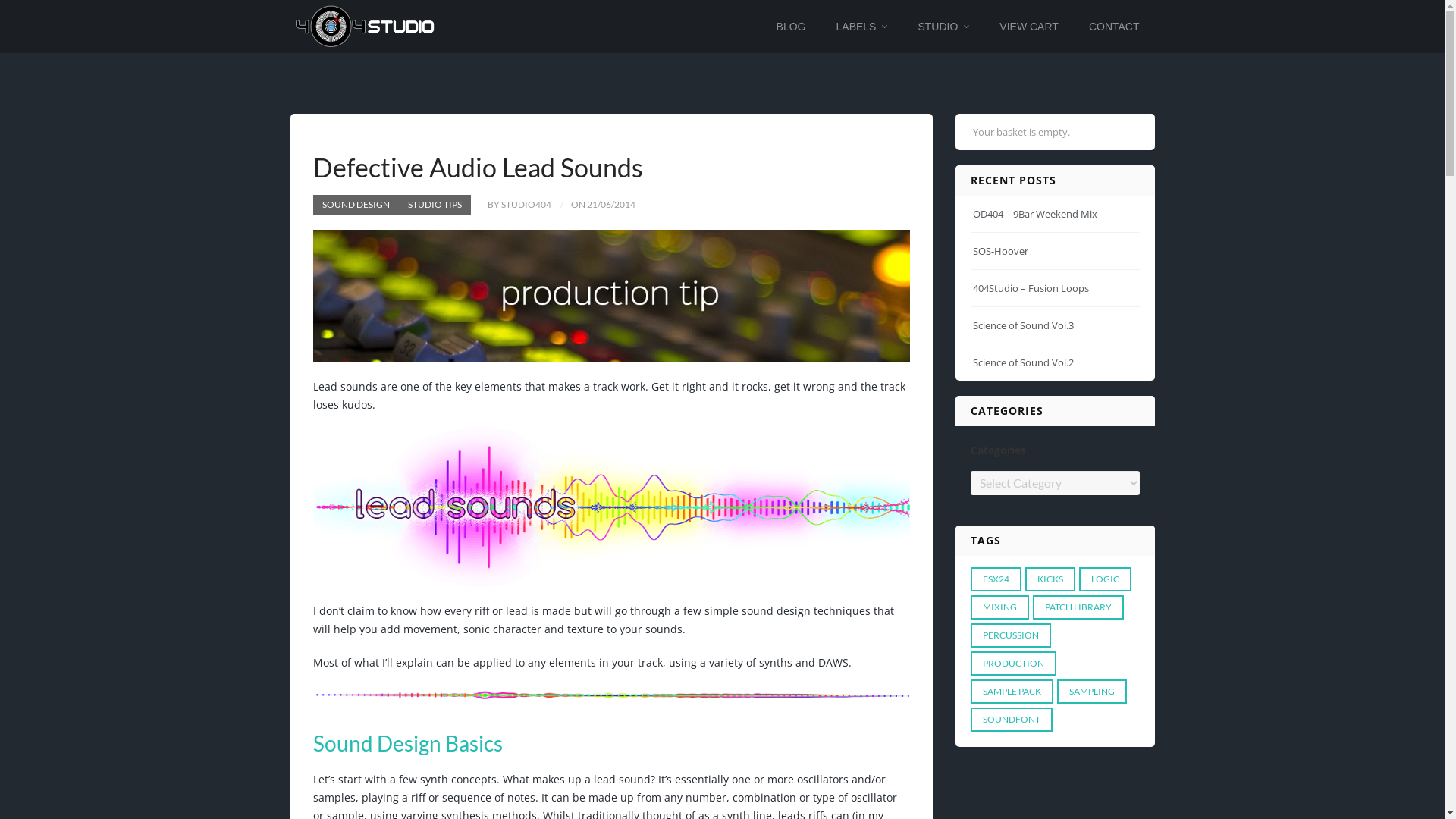 The height and width of the screenshot is (819, 1456). Describe the element at coordinates (971, 635) in the screenshot. I see `'PERCUSSION'` at that location.